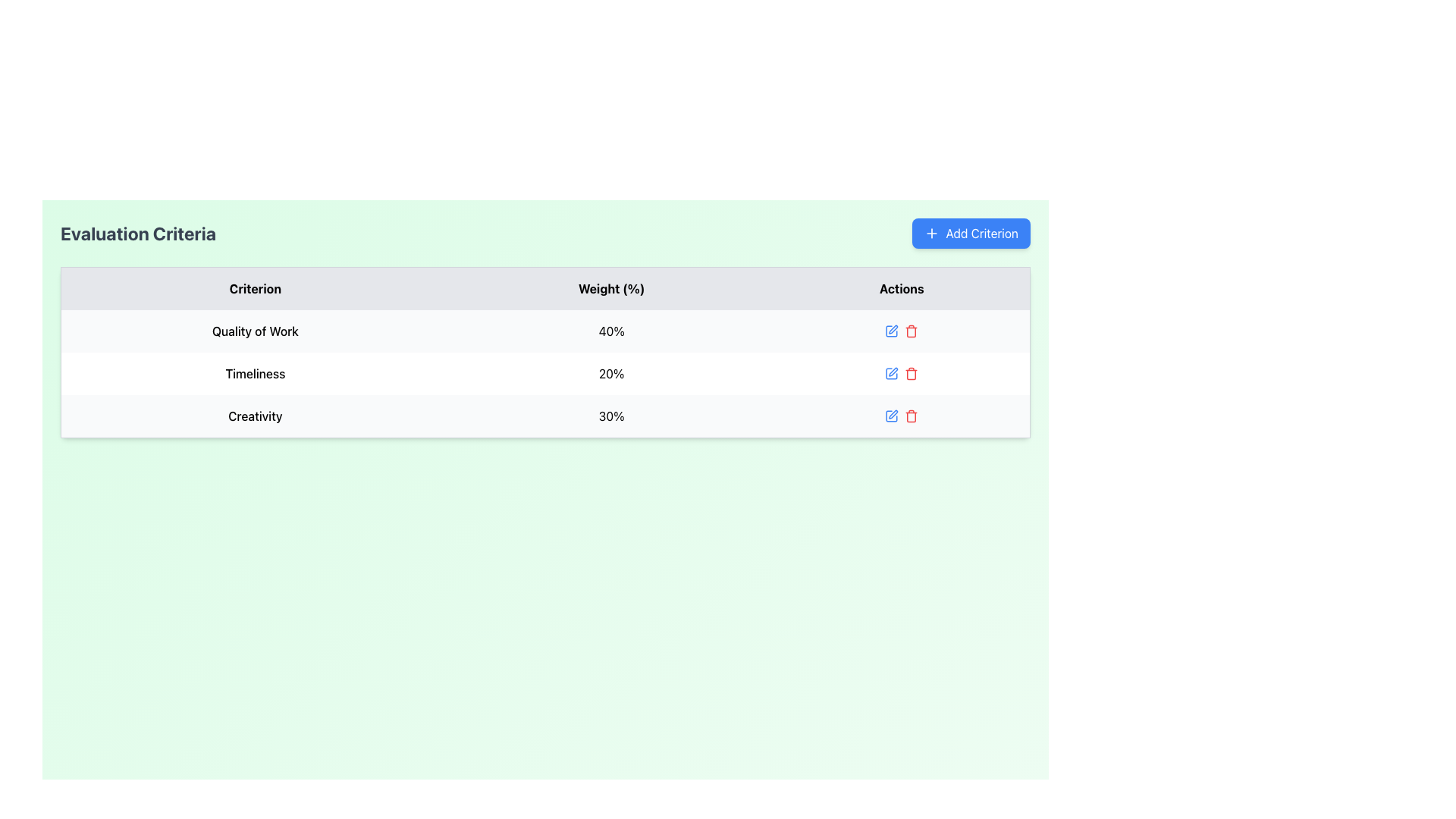  I want to click on the blue edit icon located in the 'Actions' column of the first data row corresponding to 'Quality of Work', so click(902, 330).